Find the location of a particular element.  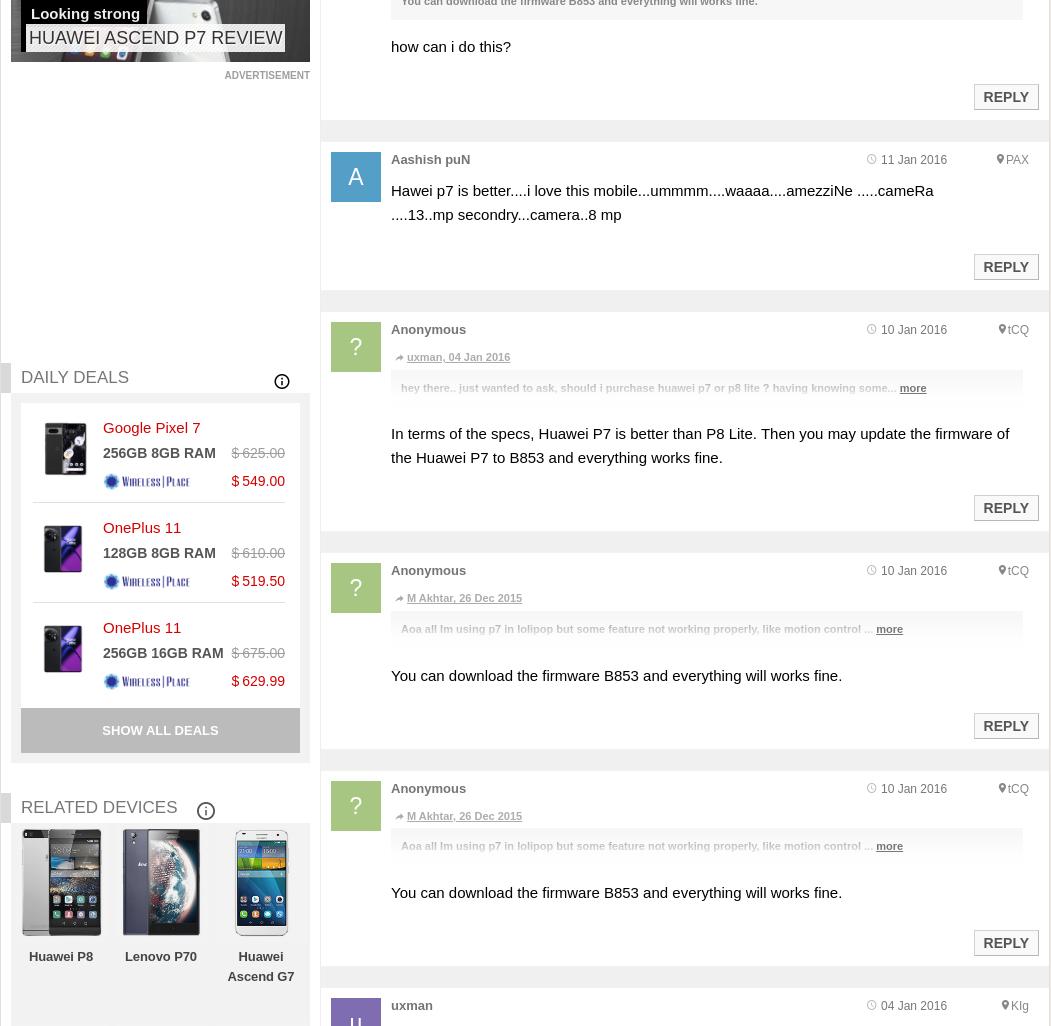

'04 Jan 2016' is located at coordinates (913, 1003).